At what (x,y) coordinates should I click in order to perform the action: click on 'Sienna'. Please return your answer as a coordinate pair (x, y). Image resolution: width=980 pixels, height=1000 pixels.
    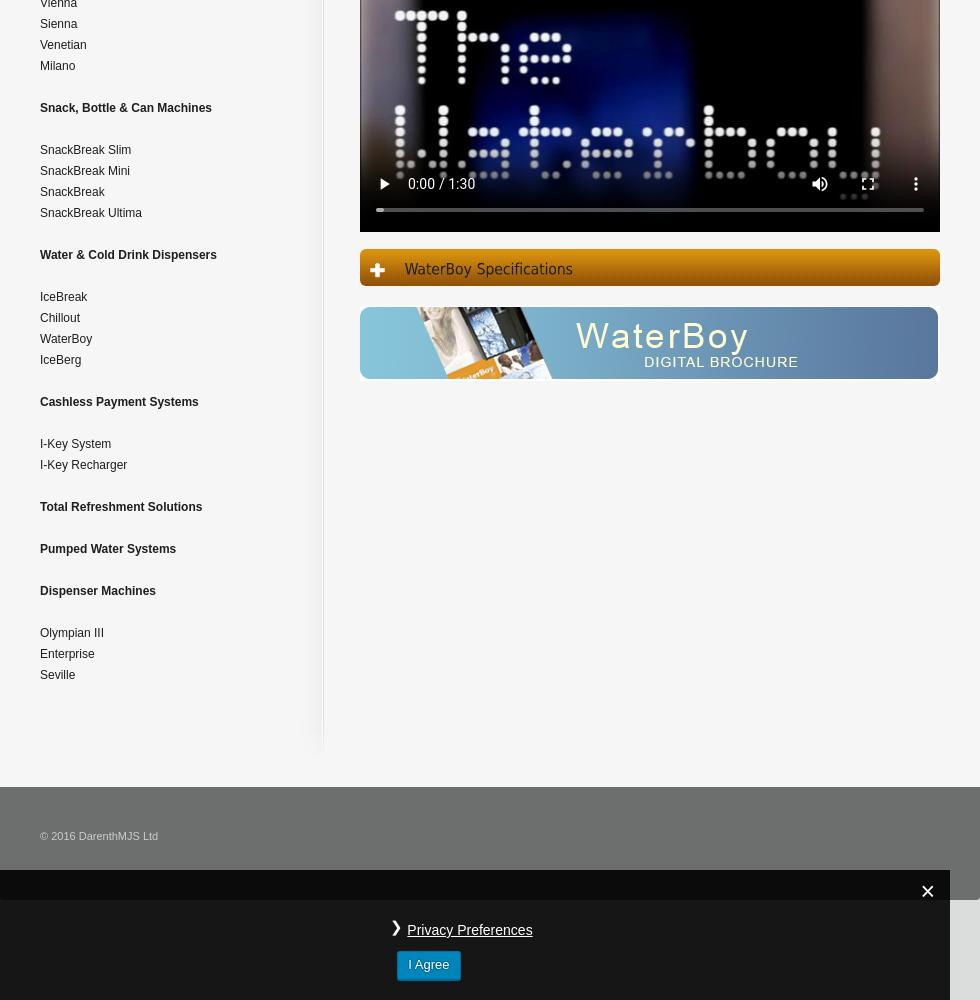
    Looking at the image, I should click on (58, 24).